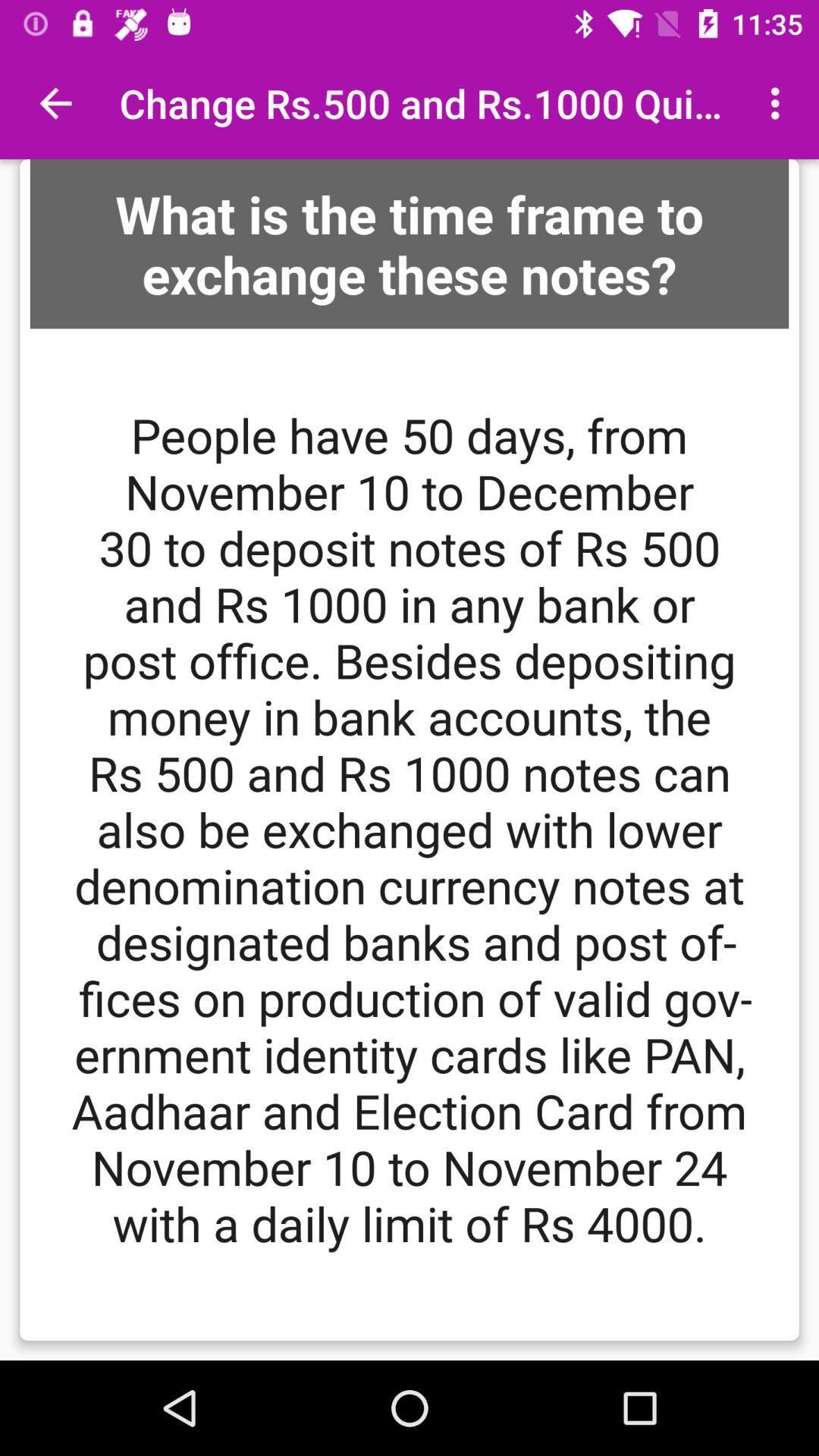 Image resolution: width=819 pixels, height=1456 pixels. I want to click on item to the left of the change rs 500 app, so click(55, 102).